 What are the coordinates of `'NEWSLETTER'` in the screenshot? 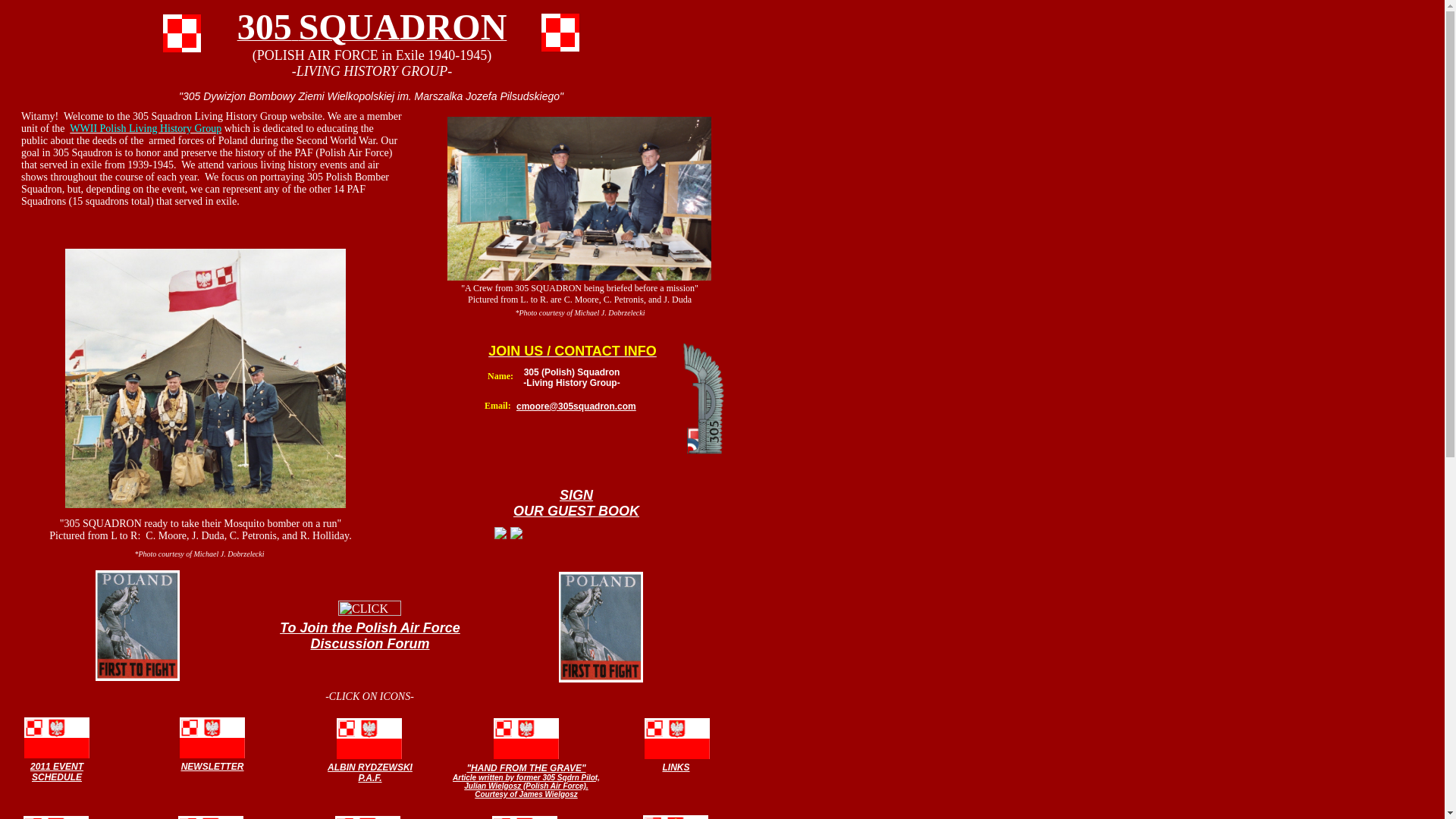 It's located at (212, 765).